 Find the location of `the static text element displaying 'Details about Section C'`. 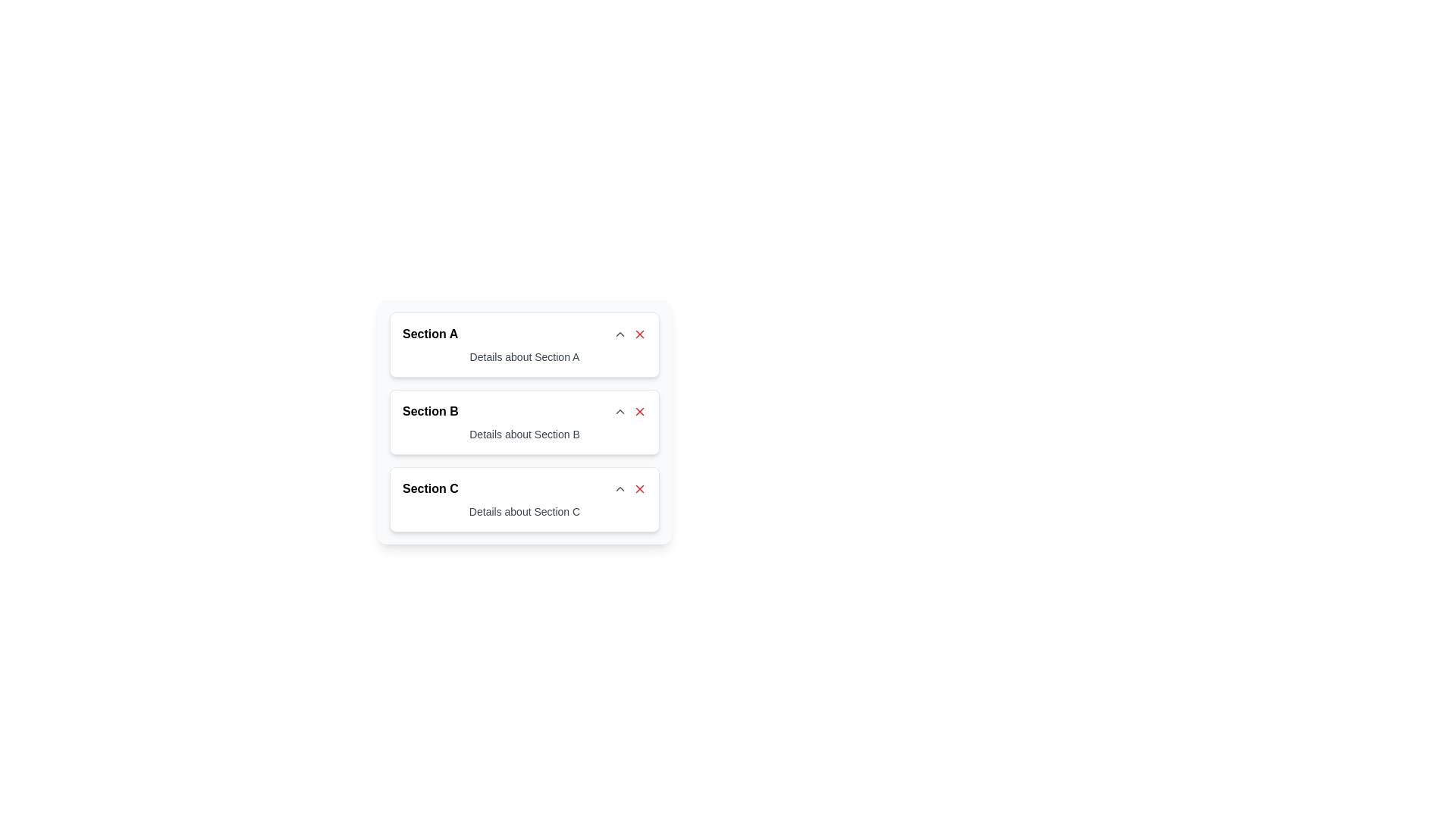

the static text element displaying 'Details about Section C' is located at coordinates (524, 512).